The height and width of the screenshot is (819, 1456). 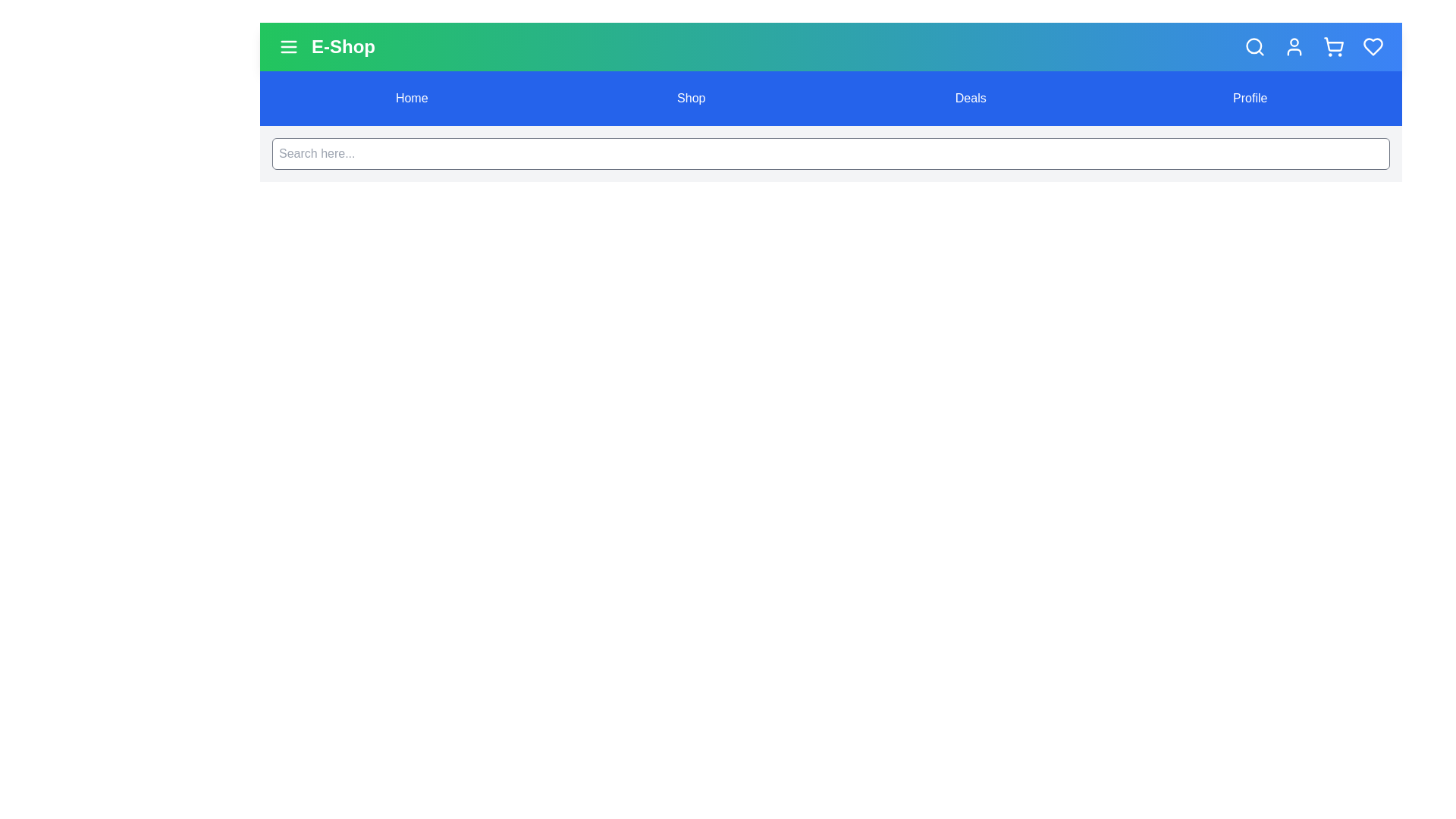 What do you see at coordinates (288, 45) in the screenshot?
I see `menu button to toggle the menu's visibility` at bounding box center [288, 45].